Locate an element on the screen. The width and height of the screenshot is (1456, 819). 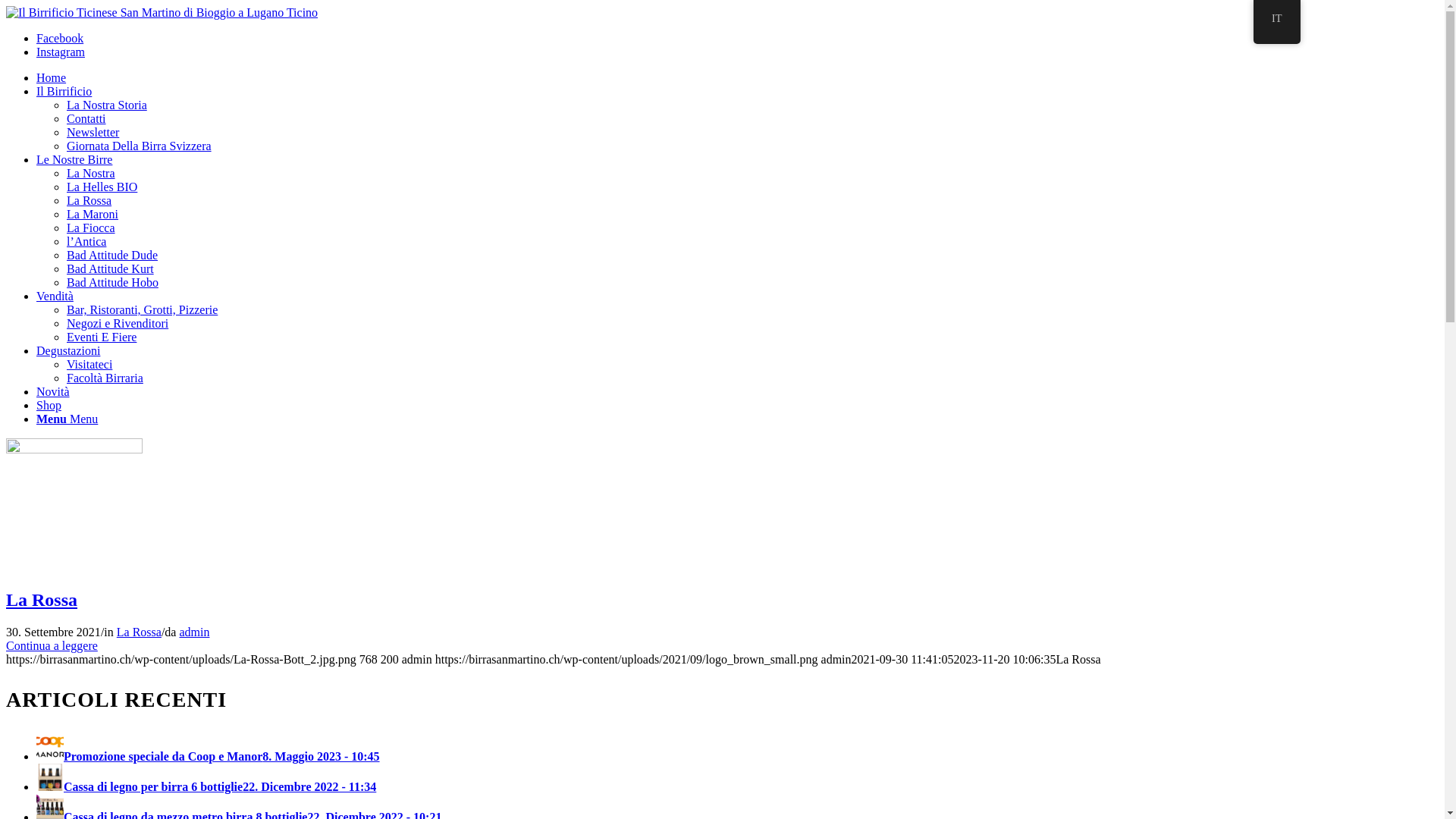
'La Nostra' is located at coordinates (90, 172).